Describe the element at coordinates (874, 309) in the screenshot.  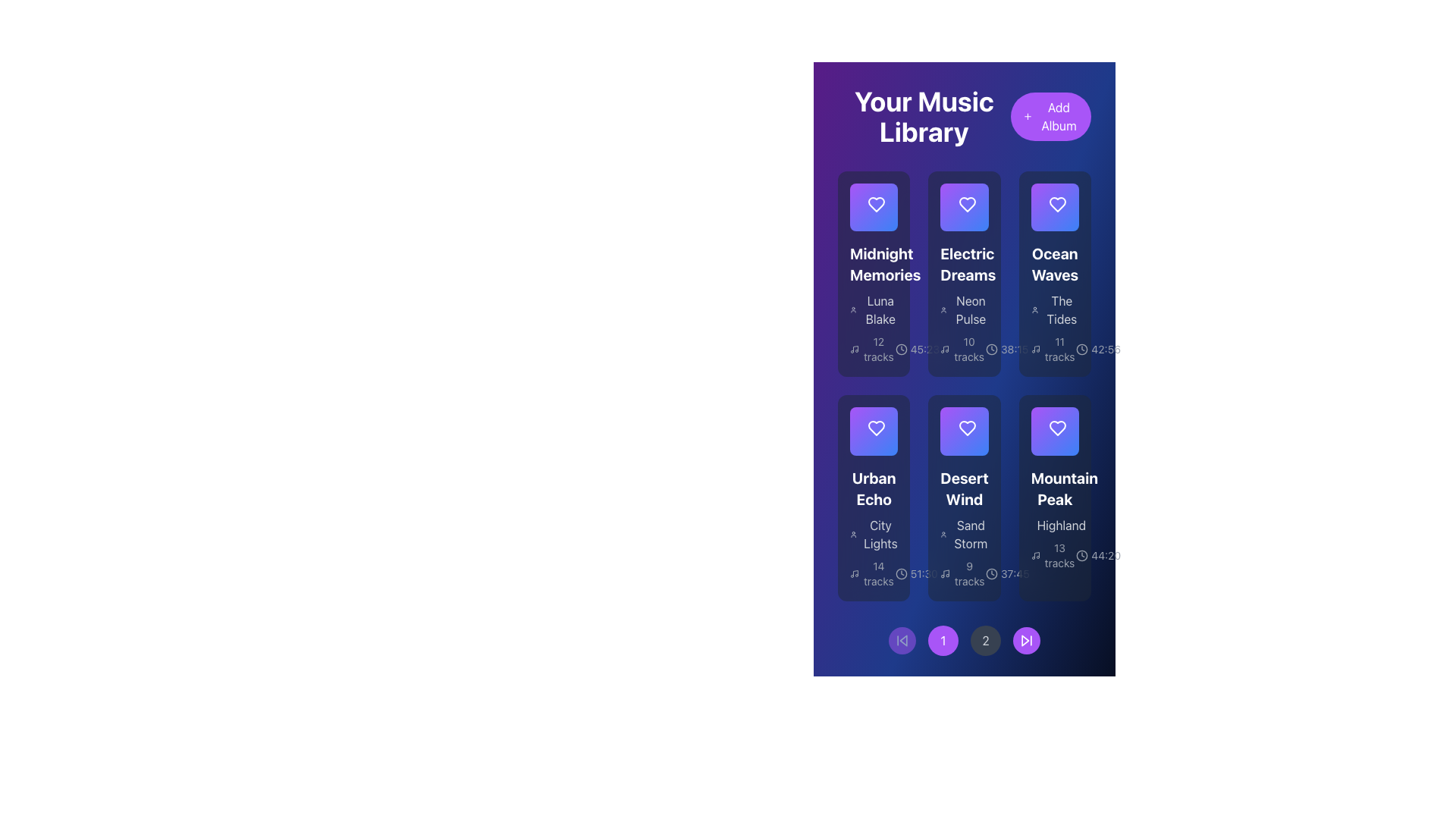
I see `text of the element displaying 'Luna Blake' which is positioned under 'Midnight Memories' and above '12 tracks' in the first card layout` at that location.